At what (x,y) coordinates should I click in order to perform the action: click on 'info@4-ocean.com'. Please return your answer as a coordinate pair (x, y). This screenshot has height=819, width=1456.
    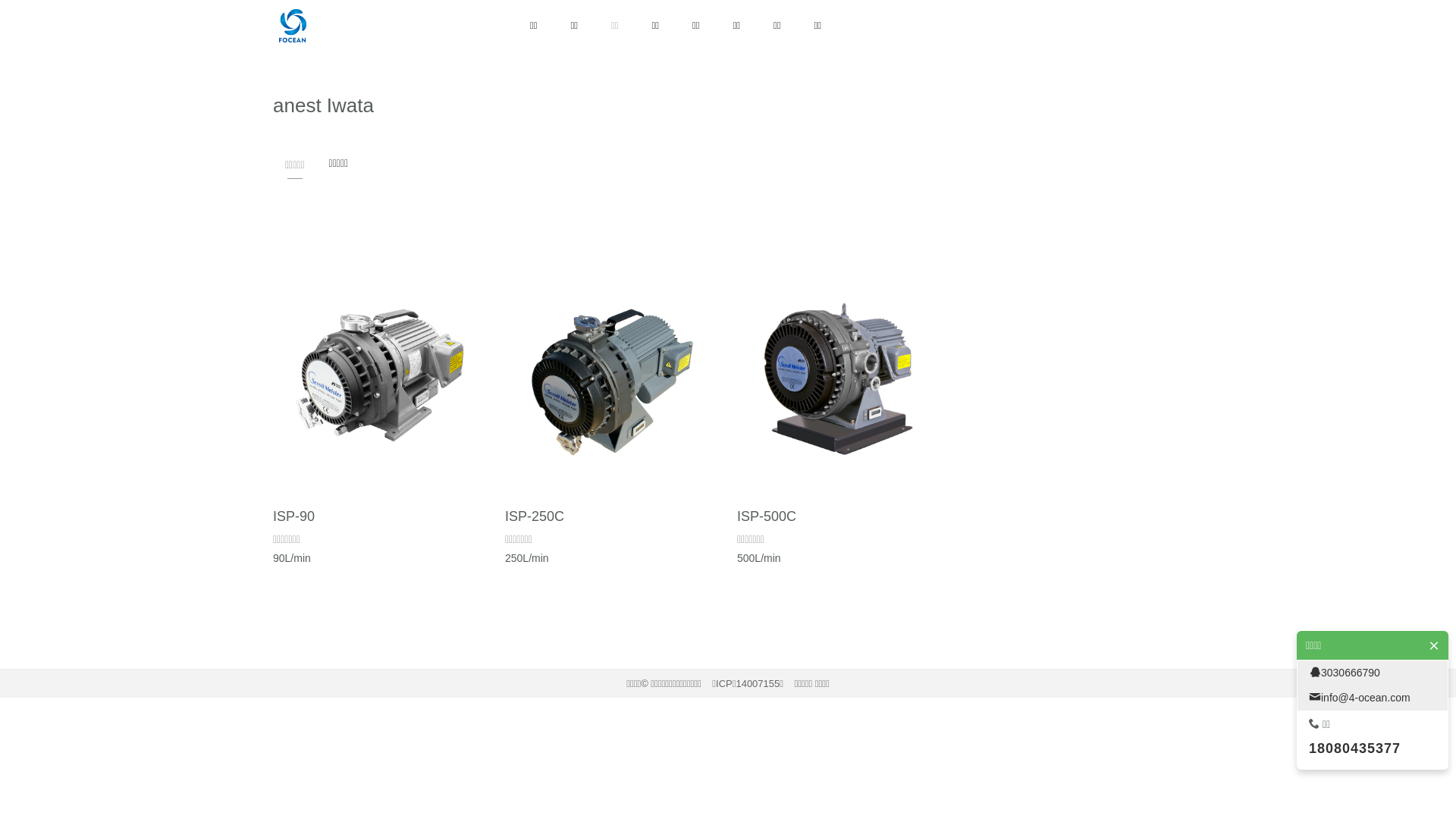
    Looking at the image, I should click on (1296, 698).